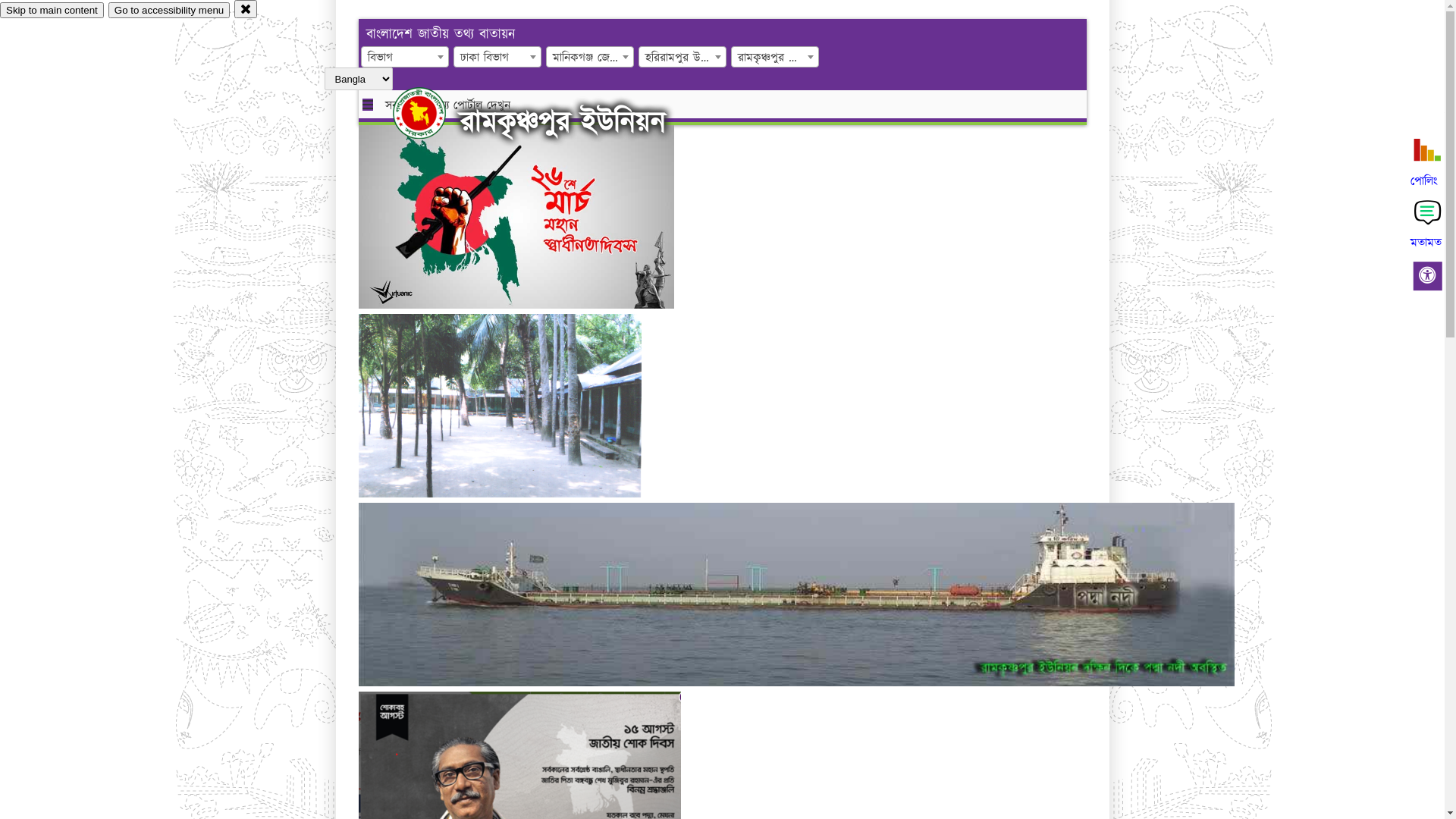  Describe the element at coordinates (246, 8) in the screenshot. I see `'close'` at that location.